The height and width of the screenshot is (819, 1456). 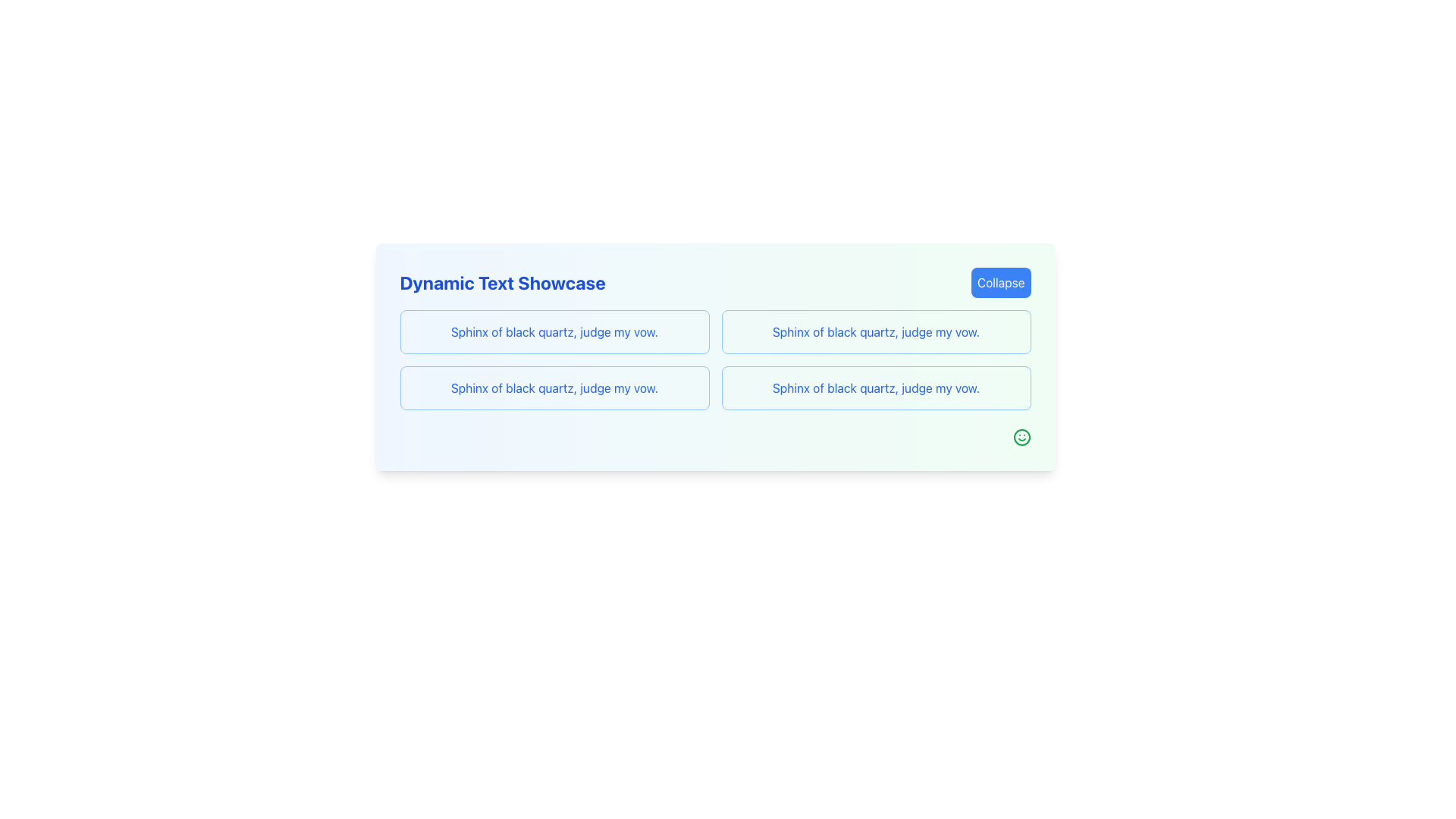 I want to click on the text block that reads 'Sphinx of black quartz, judge my vow.' styled in bold blue font with a blue border, located in the bottom-right position of a 2x2 grid layout, so click(x=876, y=388).